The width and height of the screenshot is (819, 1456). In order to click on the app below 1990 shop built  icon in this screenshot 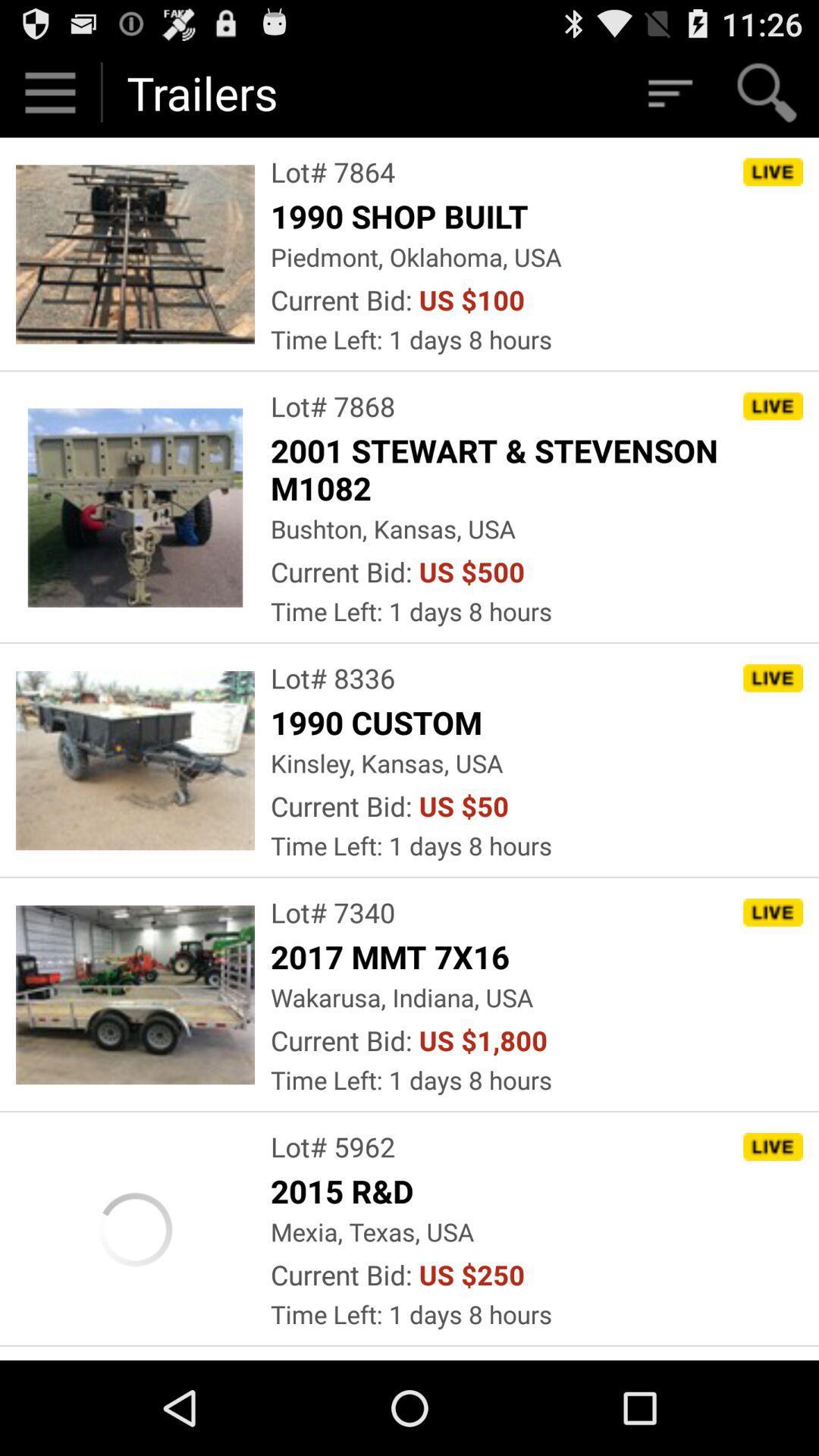, I will do `click(416, 256)`.